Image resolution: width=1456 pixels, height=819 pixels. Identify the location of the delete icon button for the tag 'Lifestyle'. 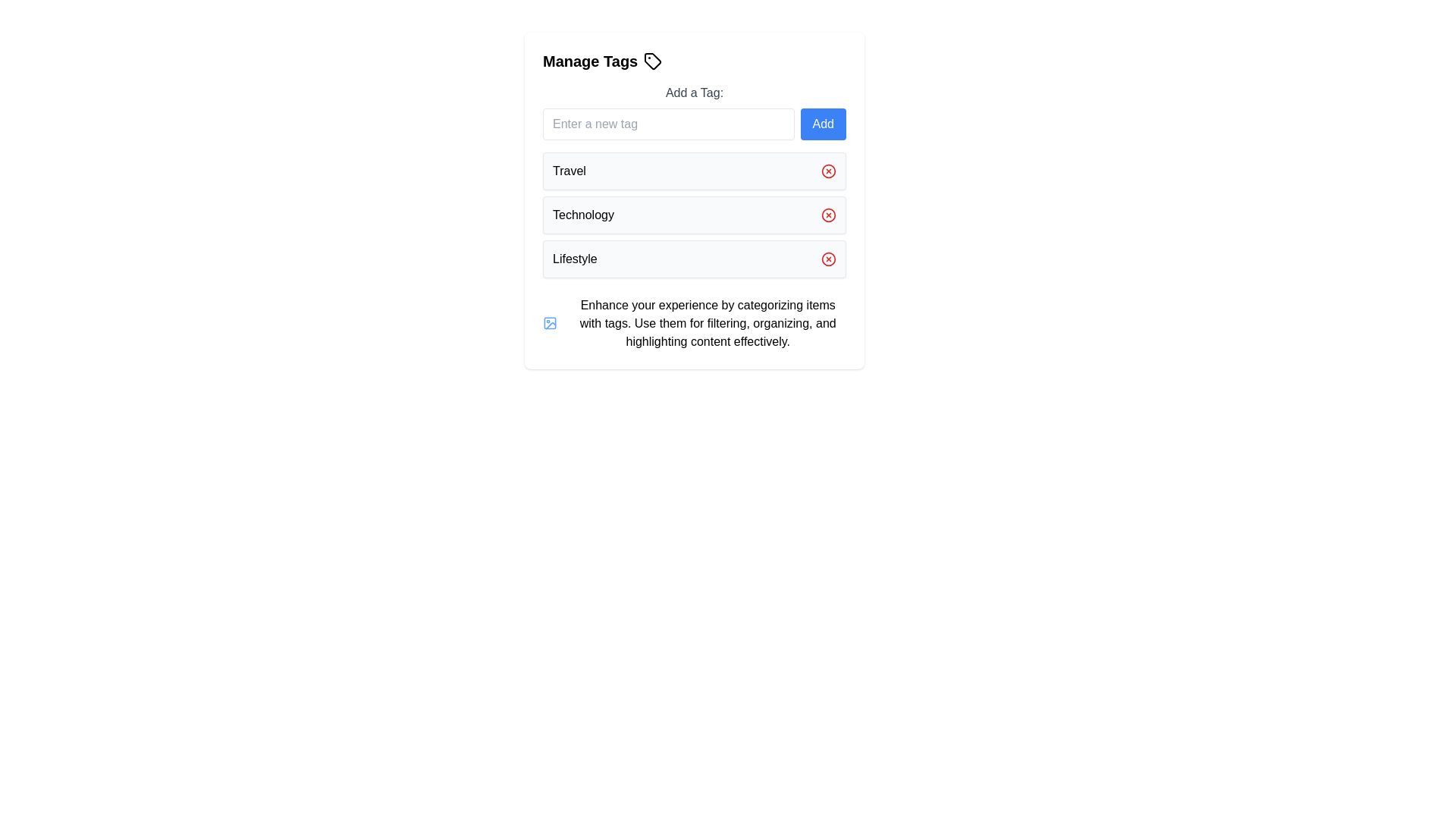
(828, 259).